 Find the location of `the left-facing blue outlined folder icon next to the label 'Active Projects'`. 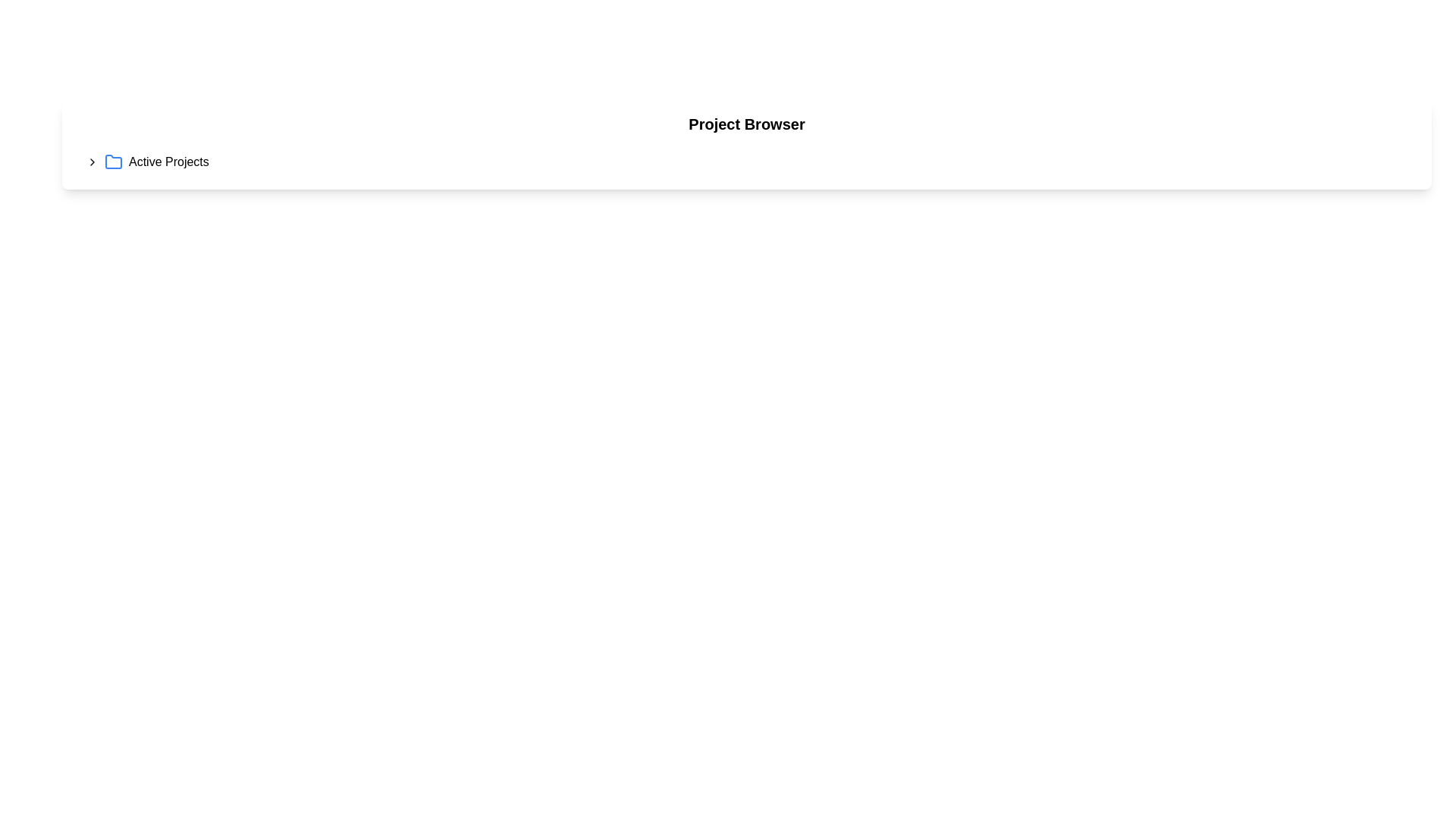

the left-facing blue outlined folder icon next to the label 'Active Projects' is located at coordinates (112, 162).